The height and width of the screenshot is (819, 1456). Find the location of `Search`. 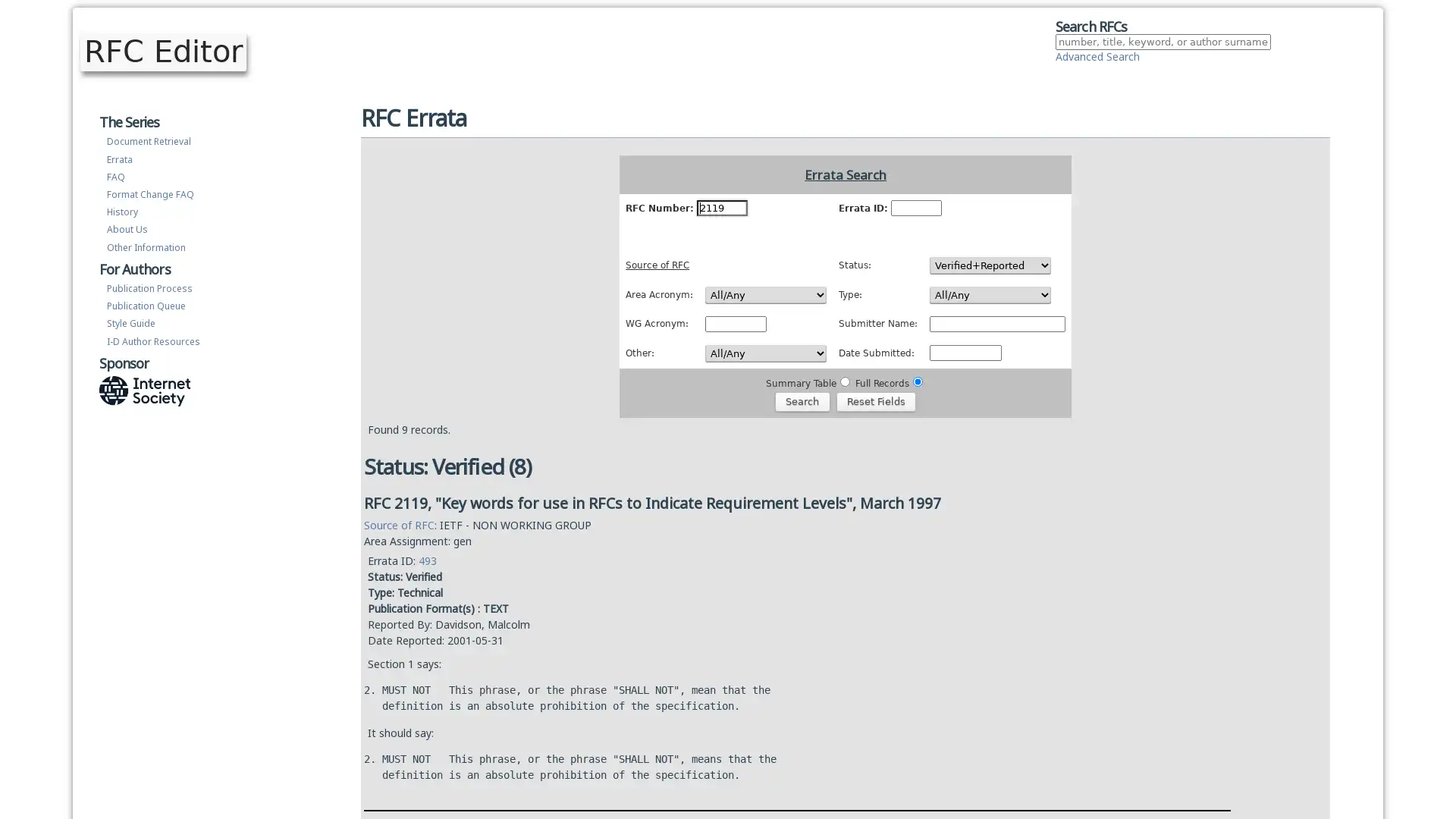

Search is located at coordinates (801, 400).